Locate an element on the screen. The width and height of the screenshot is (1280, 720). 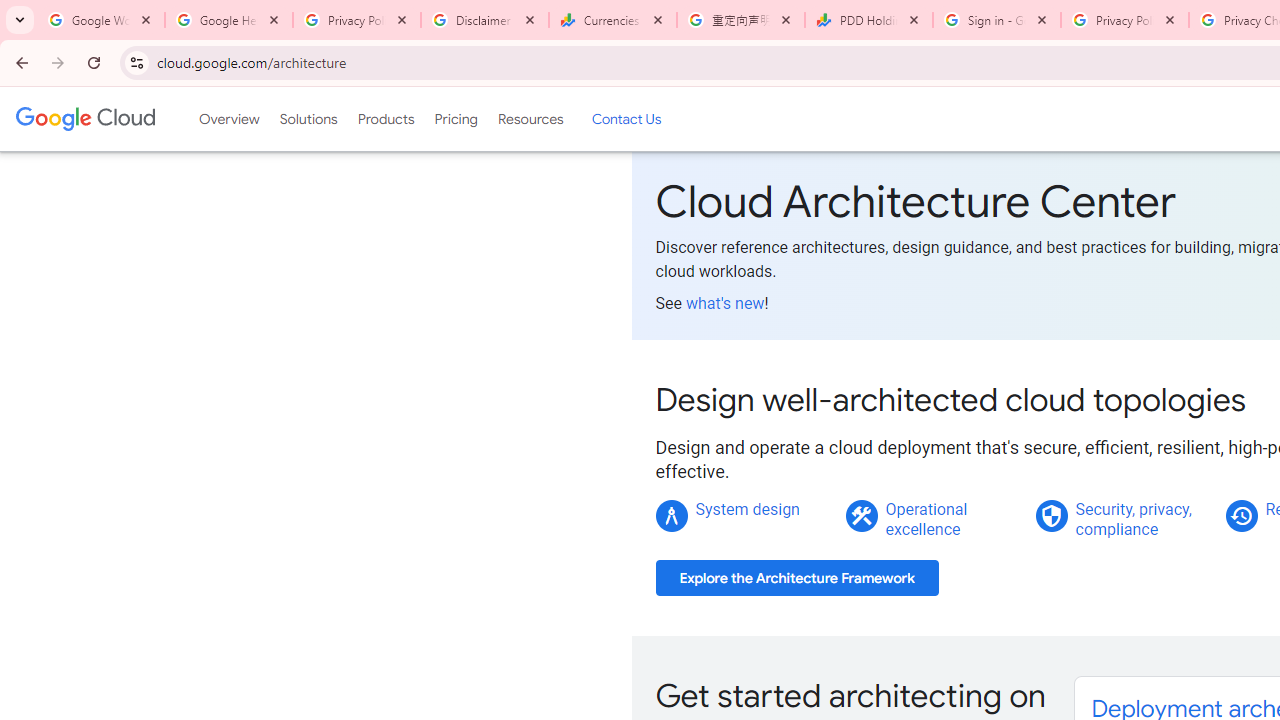
'Resources' is located at coordinates (530, 119).